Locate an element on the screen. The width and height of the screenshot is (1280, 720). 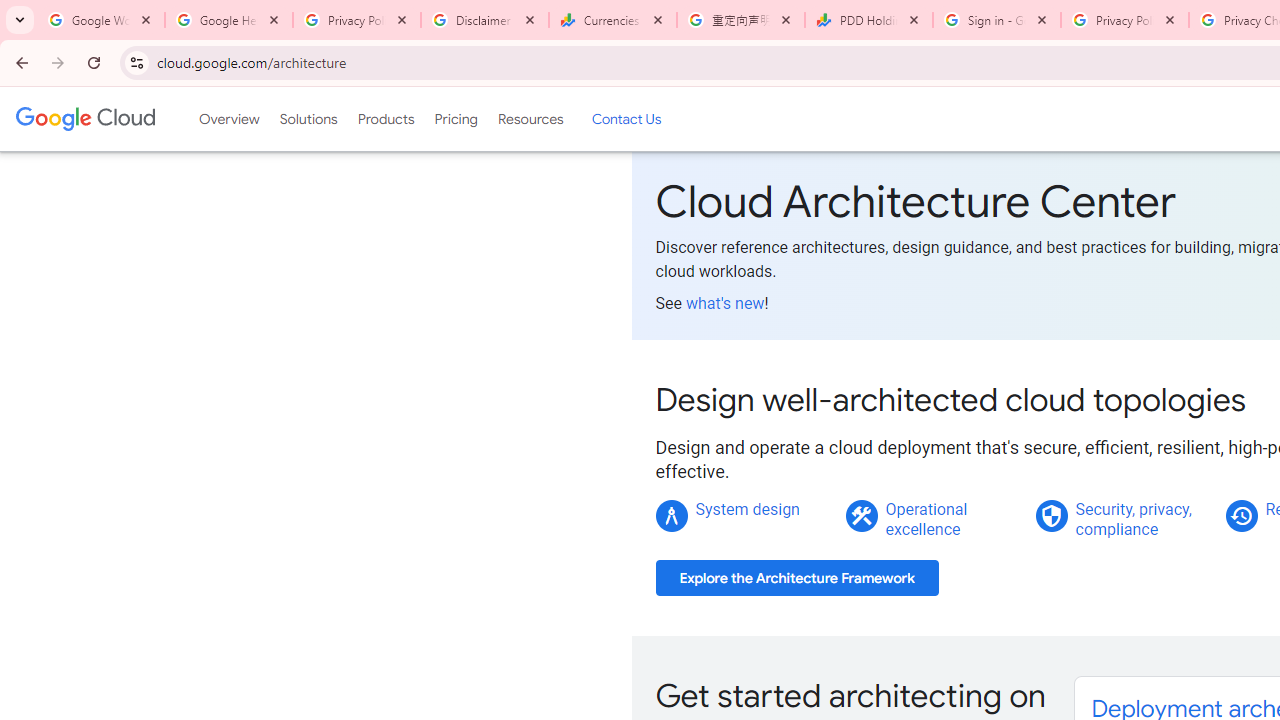
'Resources' is located at coordinates (530, 119).